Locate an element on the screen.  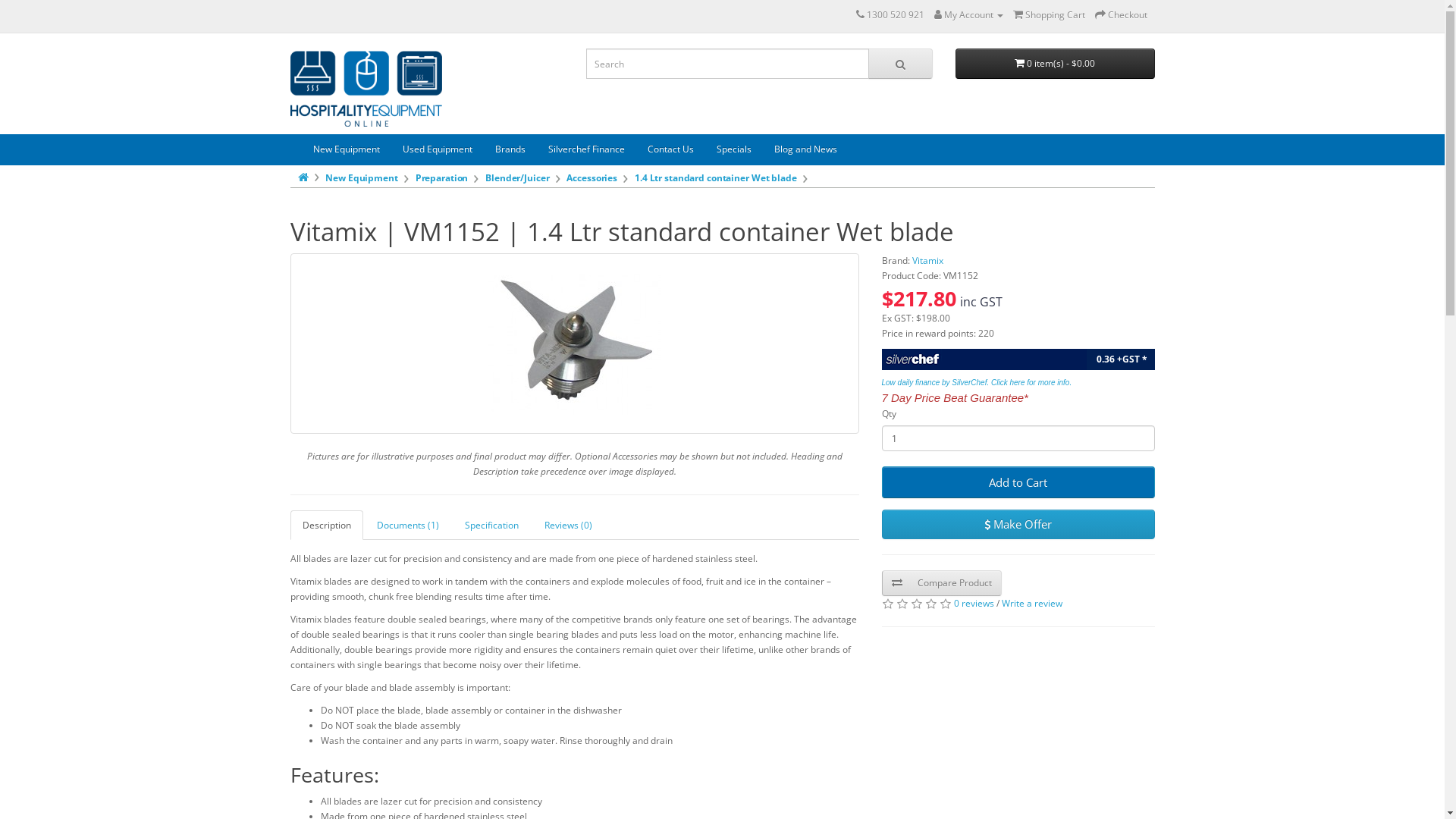
'Make Offer' is located at coordinates (880, 522).